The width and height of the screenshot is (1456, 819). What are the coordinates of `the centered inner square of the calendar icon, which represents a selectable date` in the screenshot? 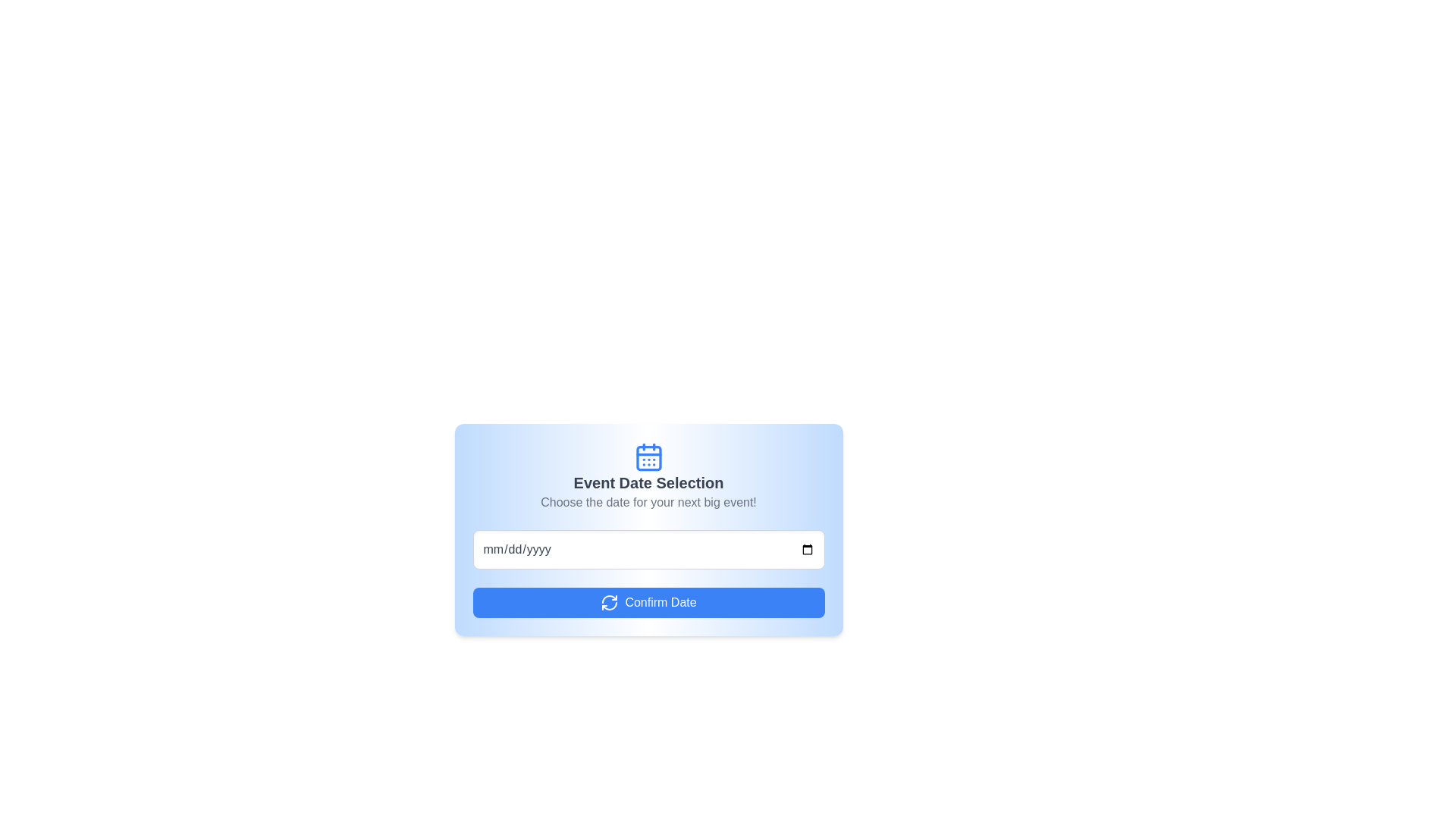 It's located at (648, 457).